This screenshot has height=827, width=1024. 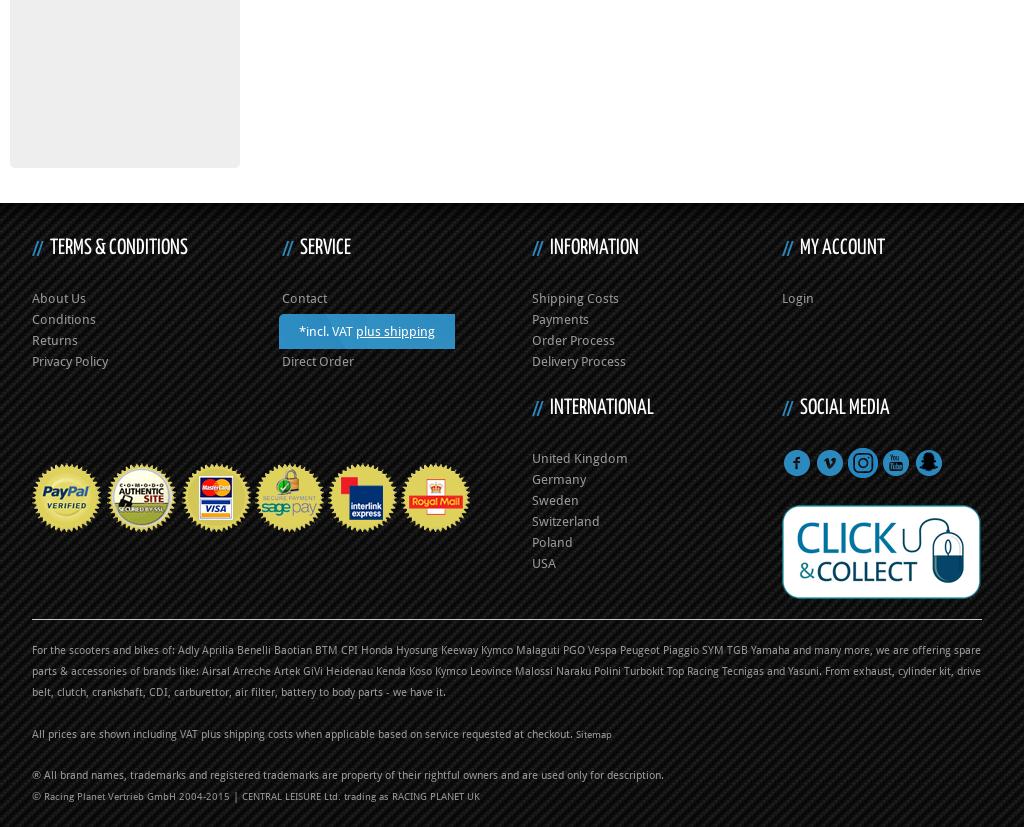 What do you see at coordinates (324, 246) in the screenshot?
I see `'SERVICE'` at bounding box center [324, 246].